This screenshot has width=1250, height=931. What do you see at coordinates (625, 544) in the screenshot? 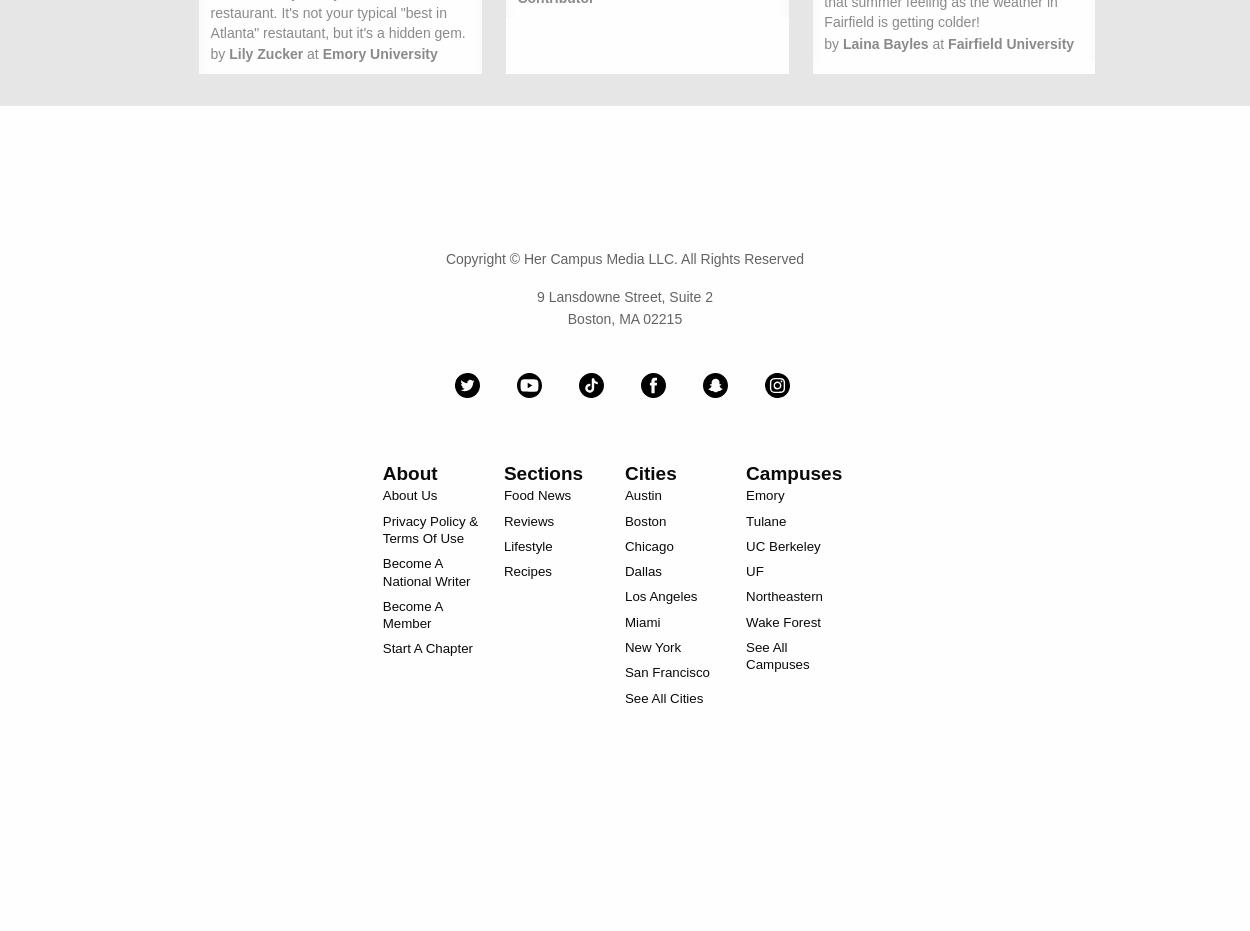
I see `'Chicago'` at bounding box center [625, 544].